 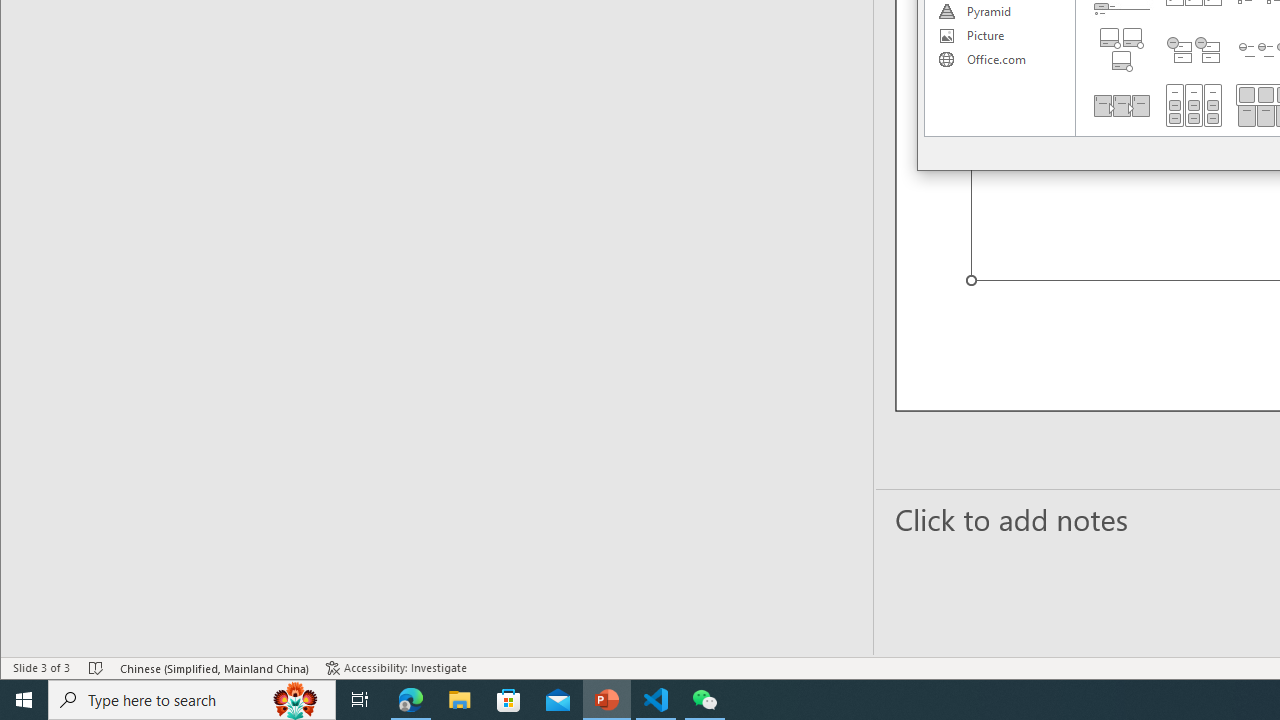 What do you see at coordinates (359, 698) in the screenshot?
I see `'Task View'` at bounding box center [359, 698].